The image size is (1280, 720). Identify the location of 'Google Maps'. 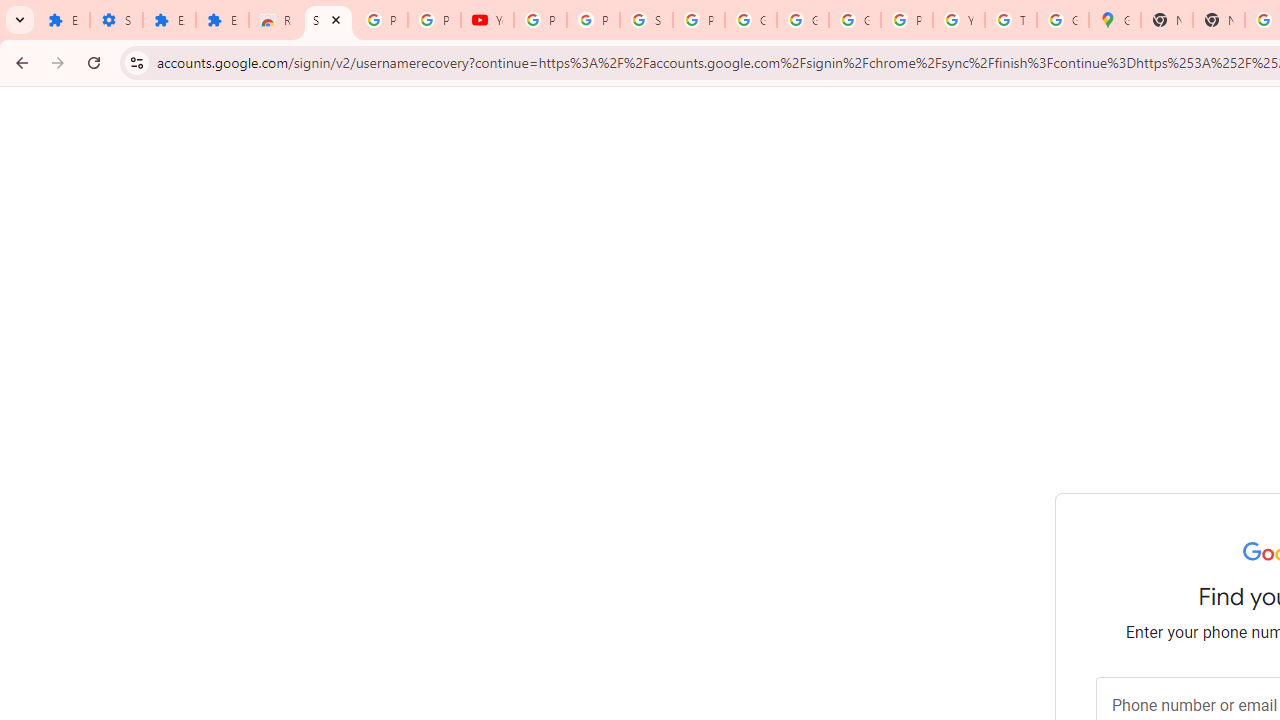
(1113, 20).